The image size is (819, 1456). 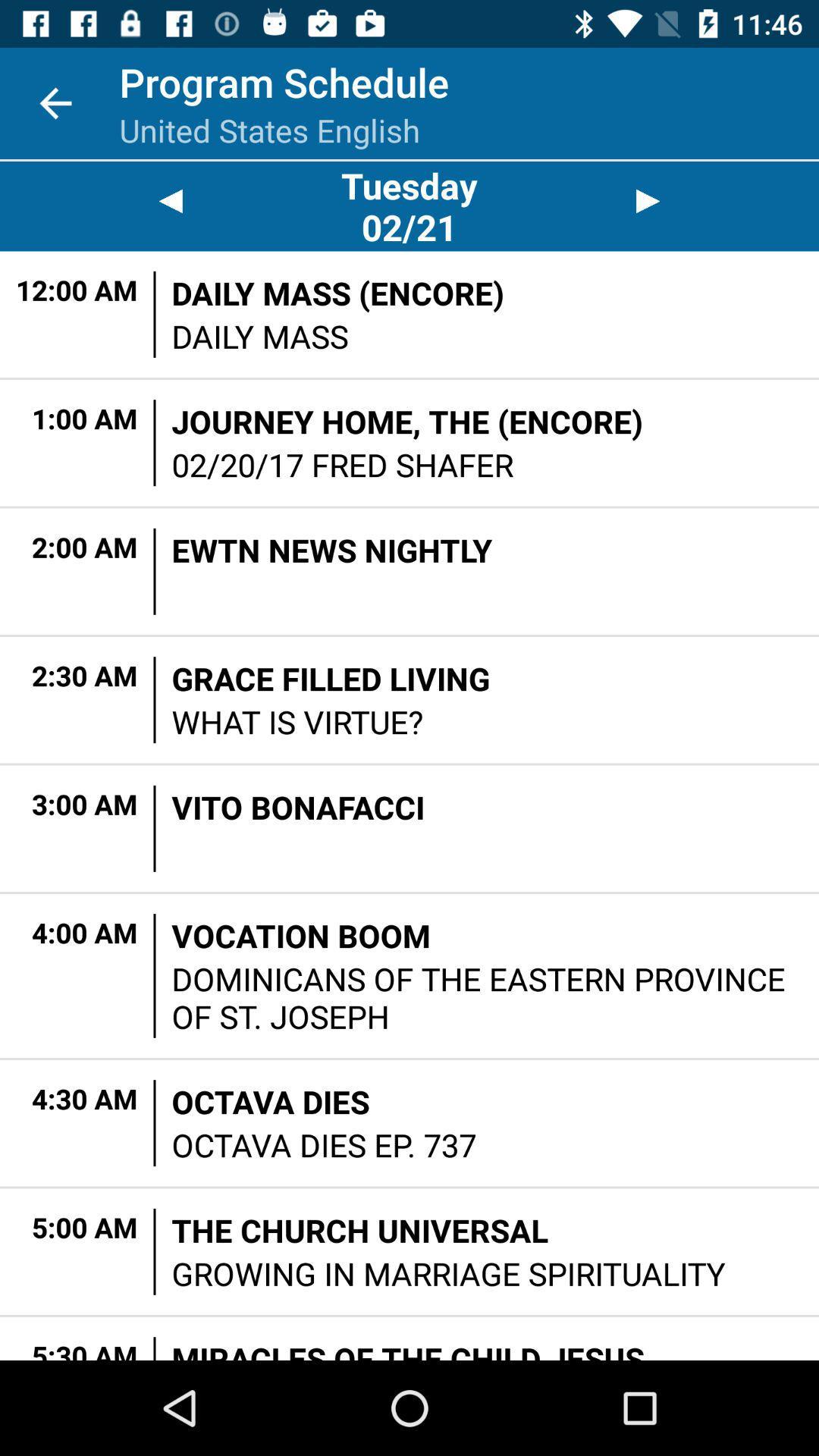 I want to click on the icon next to the octava dies item, so click(x=155, y=1123).